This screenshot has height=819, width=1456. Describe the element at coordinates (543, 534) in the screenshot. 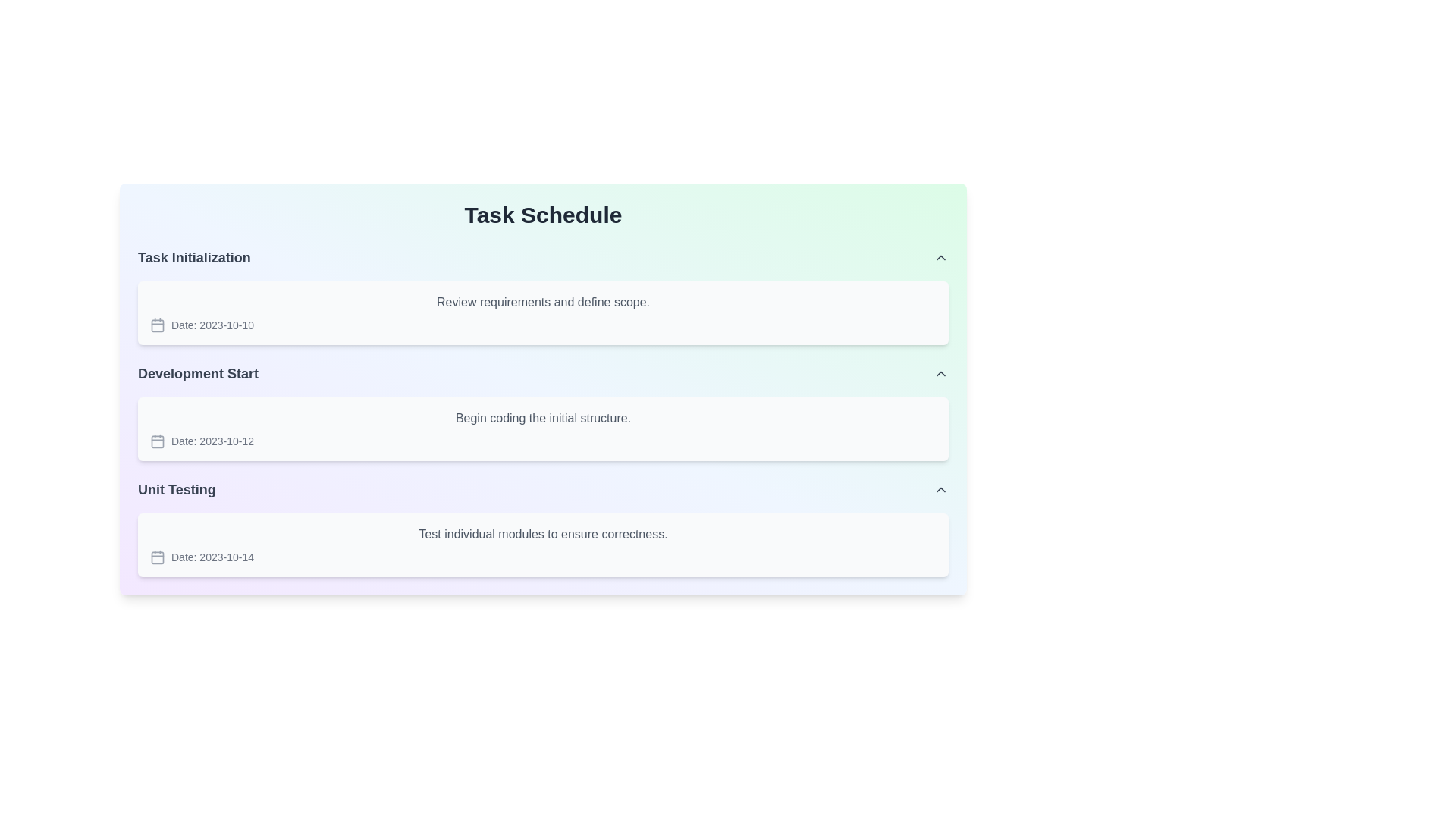

I see `text information from the gray font label that states 'Test individual modules to ensure correctness.' located in the top section of the 'Unit Testing' card` at that location.